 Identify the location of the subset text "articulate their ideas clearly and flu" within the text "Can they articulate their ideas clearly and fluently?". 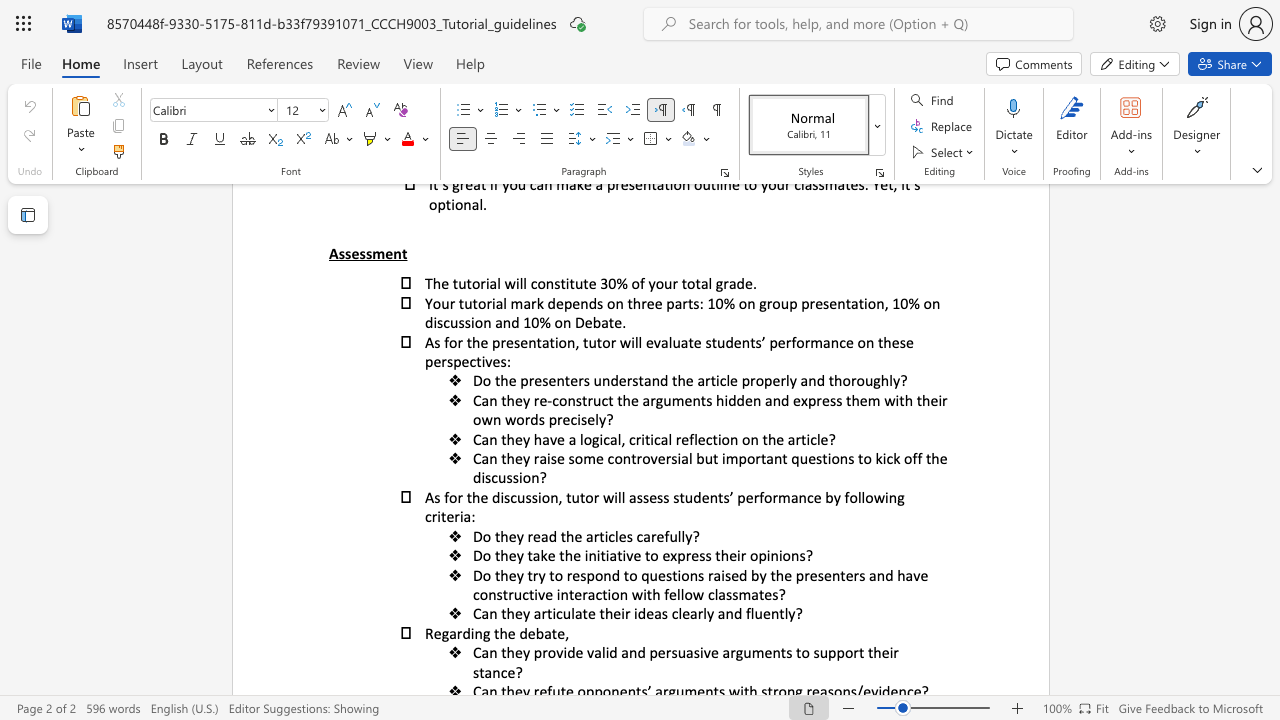
(533, 612).